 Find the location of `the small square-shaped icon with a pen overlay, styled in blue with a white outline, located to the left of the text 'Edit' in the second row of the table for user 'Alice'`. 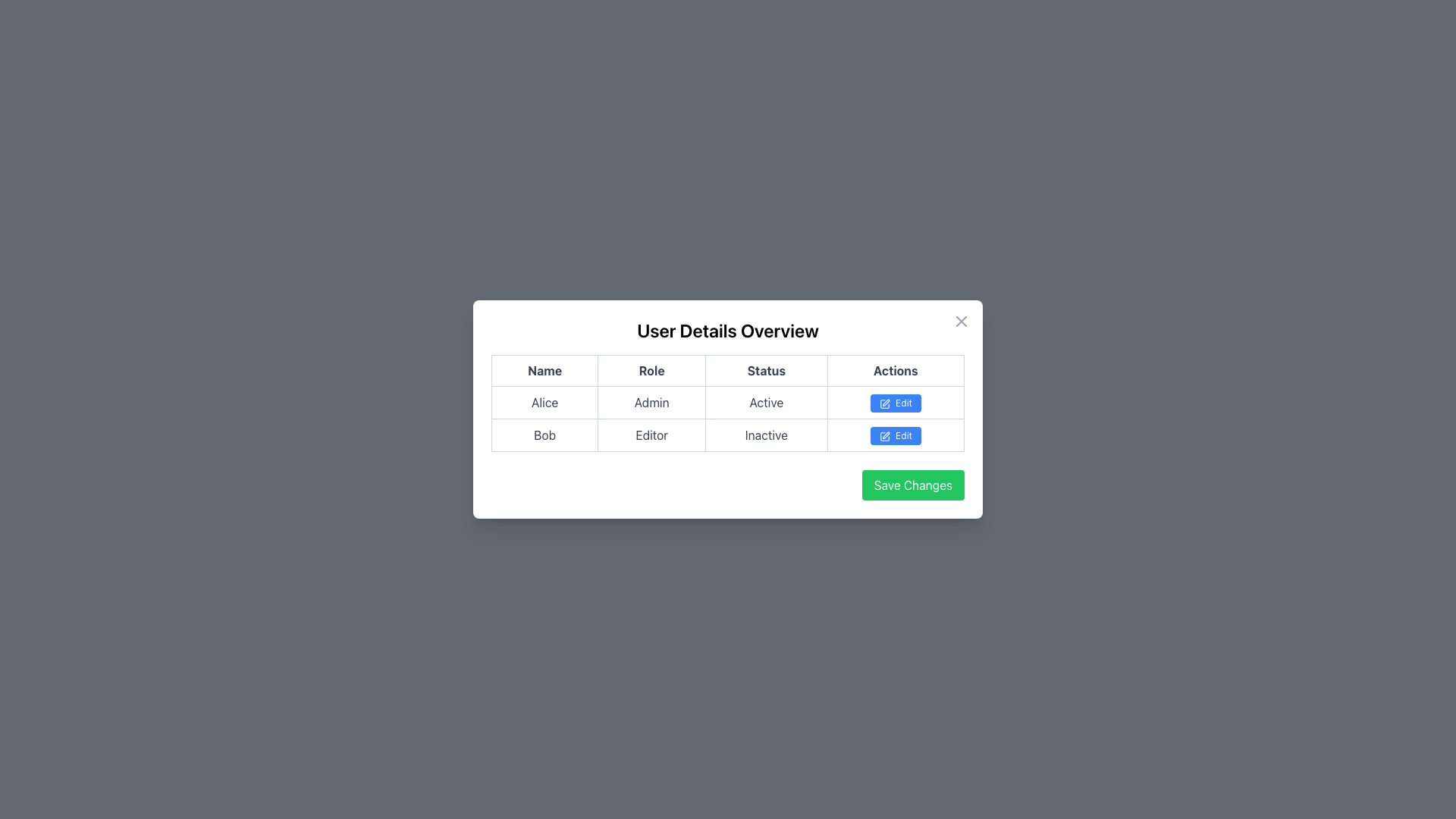

the small square-shaped icon with a pen overlay, styled in blue with a white outline, located to the left of the text 'Edit' in the second row of the table for user 'Alice' is located at coordinates (884, 403).